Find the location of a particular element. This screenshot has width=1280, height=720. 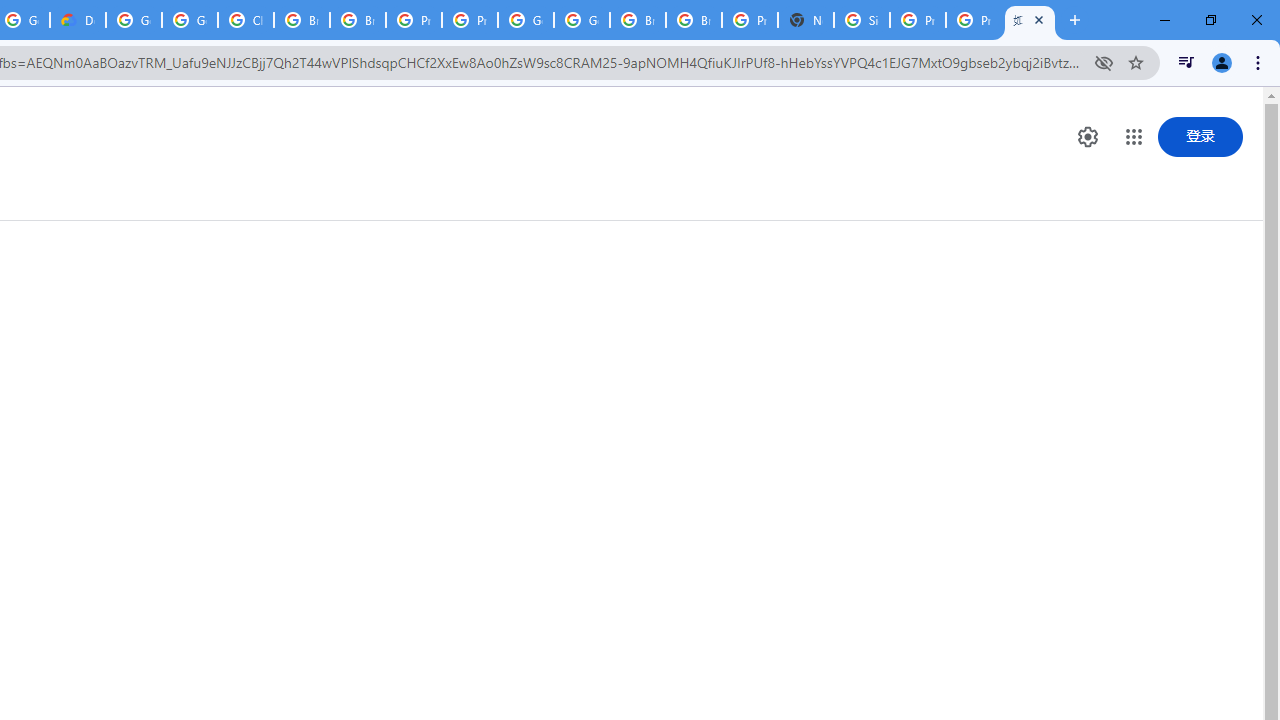

'Google Cloud Platform' is located at coordinates (526, 20).